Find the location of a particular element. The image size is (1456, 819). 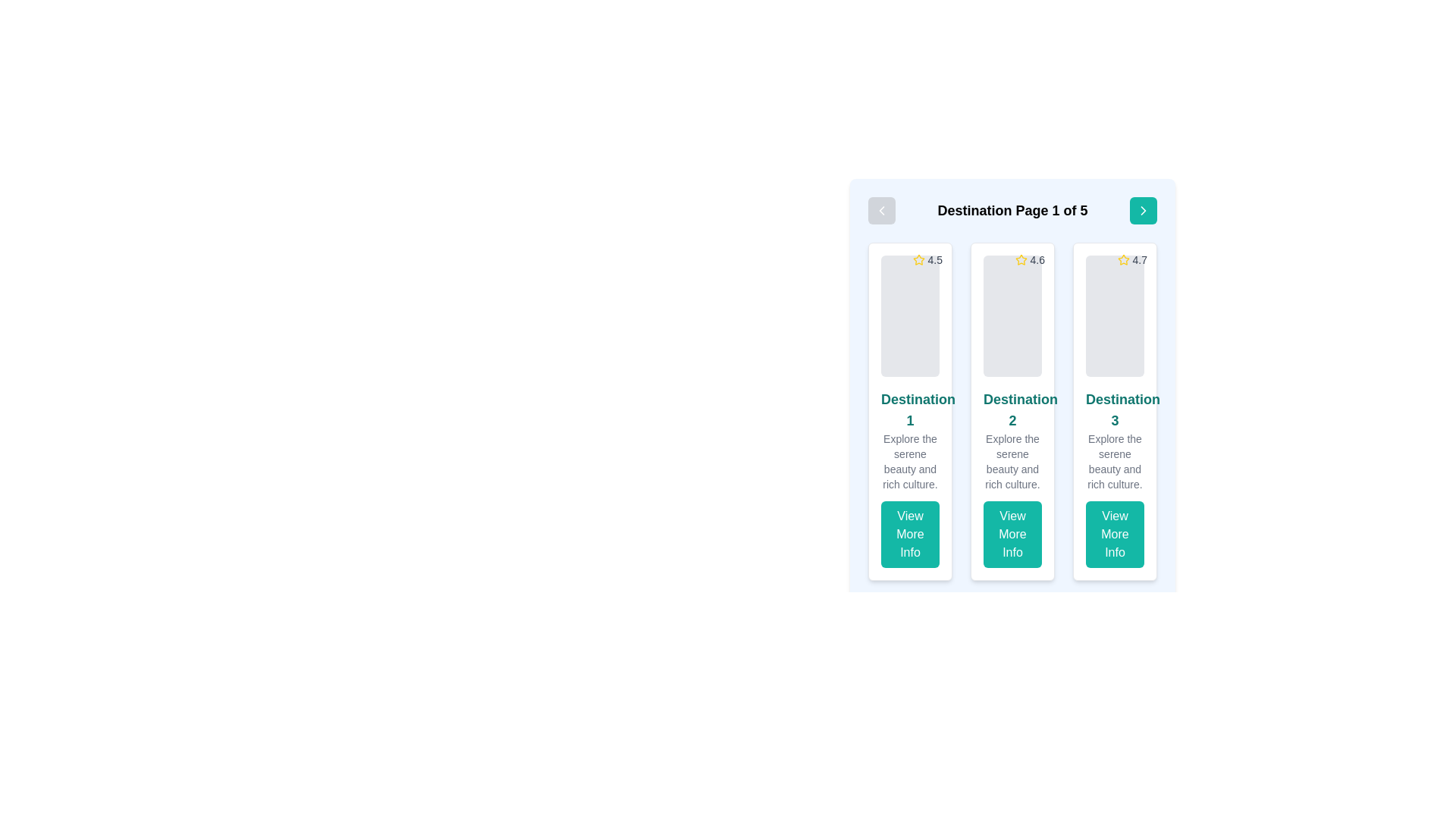

the Rating display icon with text for 'Destination 1', located in the upper-right corner of the card is located at coordinates (927, 259).